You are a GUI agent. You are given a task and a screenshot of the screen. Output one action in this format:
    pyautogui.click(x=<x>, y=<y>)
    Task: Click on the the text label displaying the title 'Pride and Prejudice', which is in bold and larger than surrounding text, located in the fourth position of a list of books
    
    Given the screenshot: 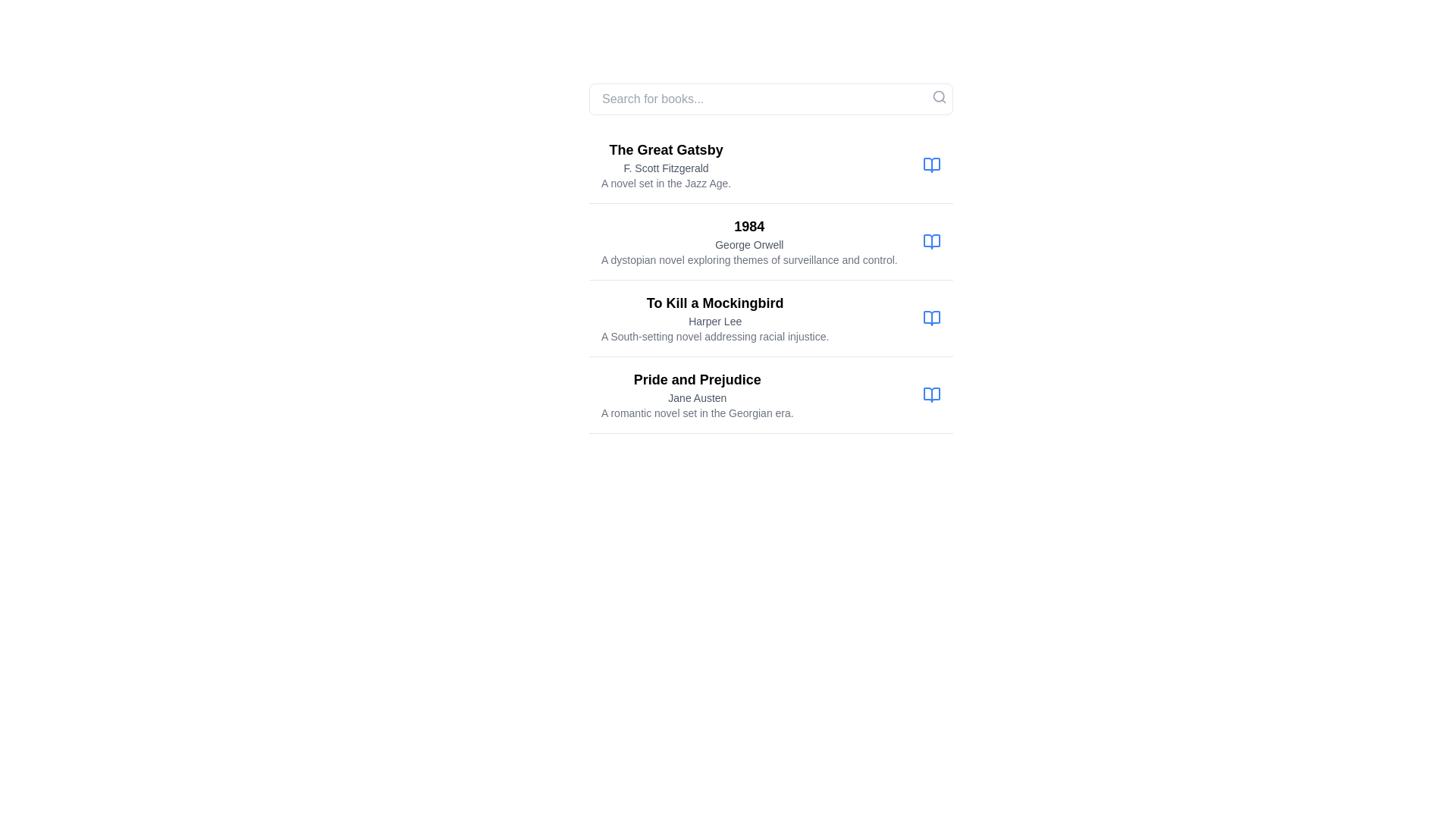 What is the action you would take?
    pyautogui.click(x=696, y=379)
    